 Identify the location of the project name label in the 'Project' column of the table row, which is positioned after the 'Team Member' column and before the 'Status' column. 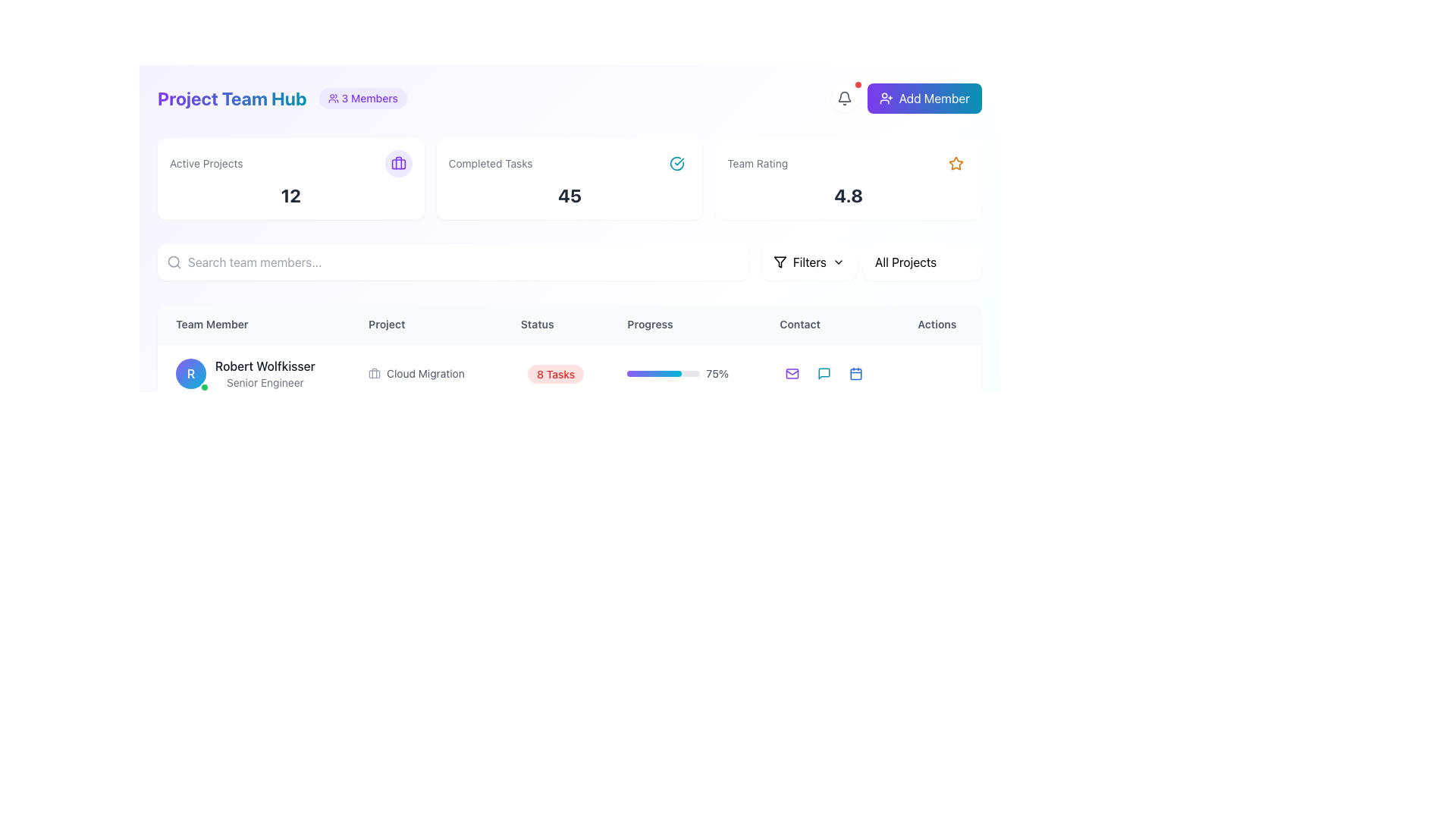
(425, 374).